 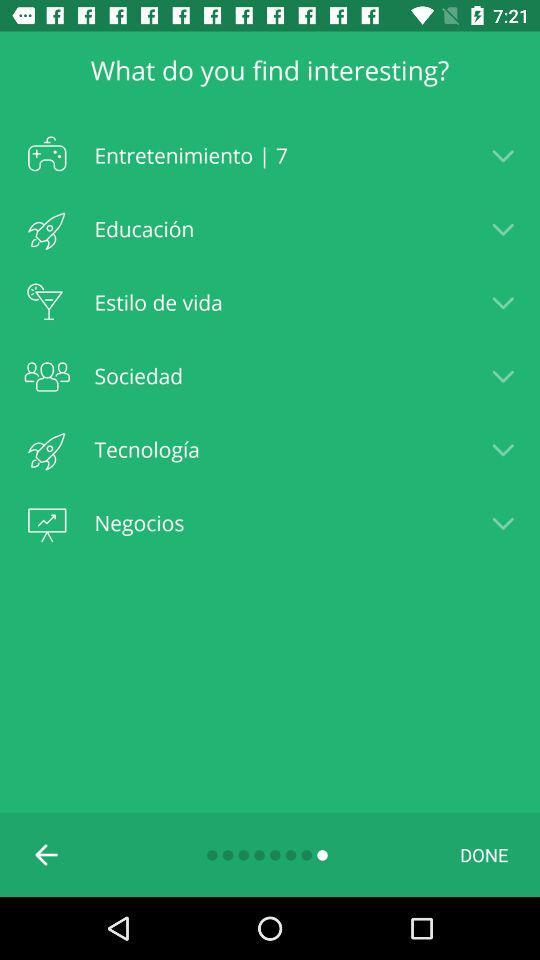 I want to click on item to the left of done icon, so click(x=47, y=853).